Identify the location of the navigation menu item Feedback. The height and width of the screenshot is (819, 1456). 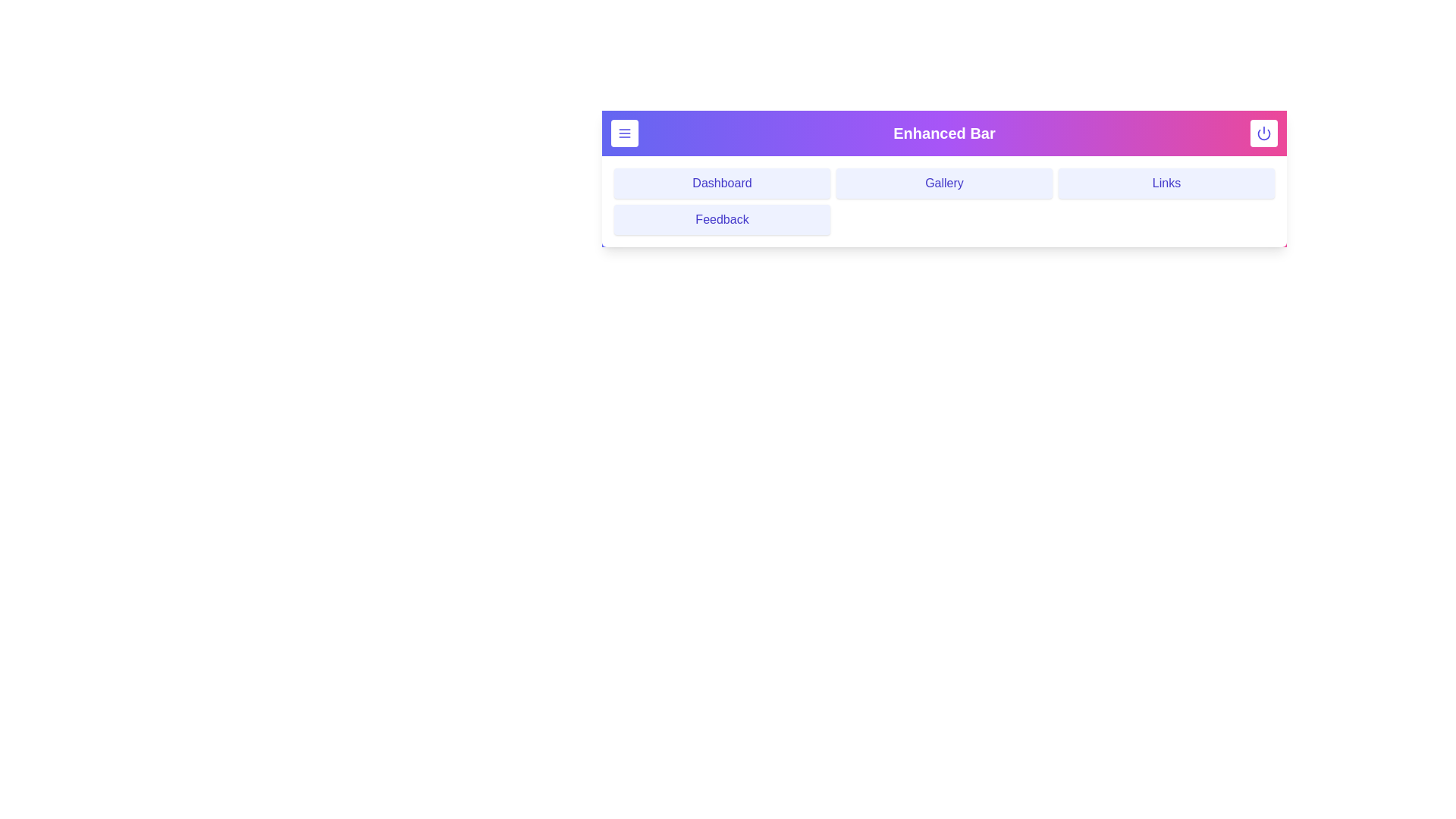
(721, 219).